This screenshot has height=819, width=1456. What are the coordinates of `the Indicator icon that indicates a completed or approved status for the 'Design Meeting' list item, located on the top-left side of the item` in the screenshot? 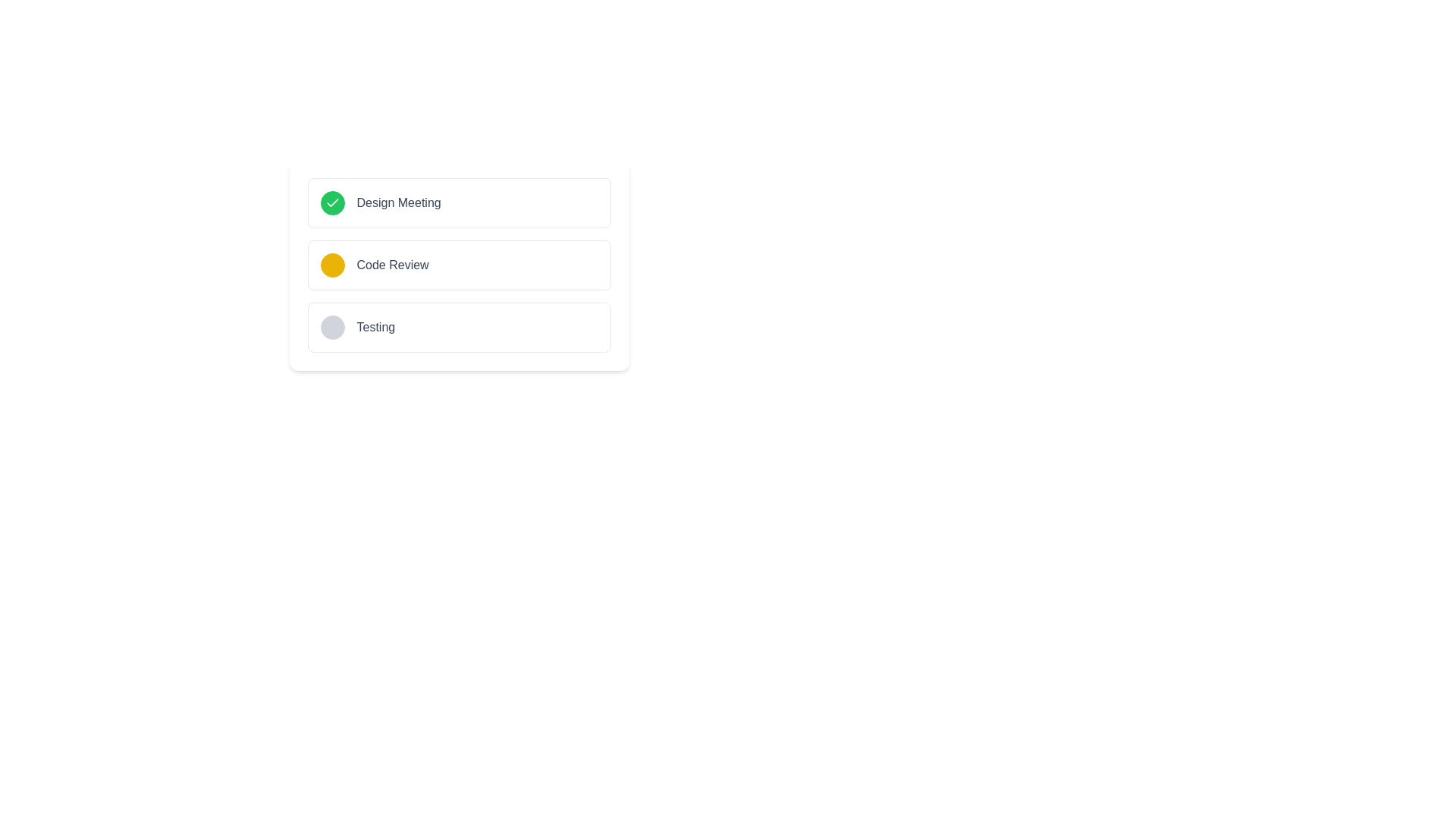 It's located at (331, 202).